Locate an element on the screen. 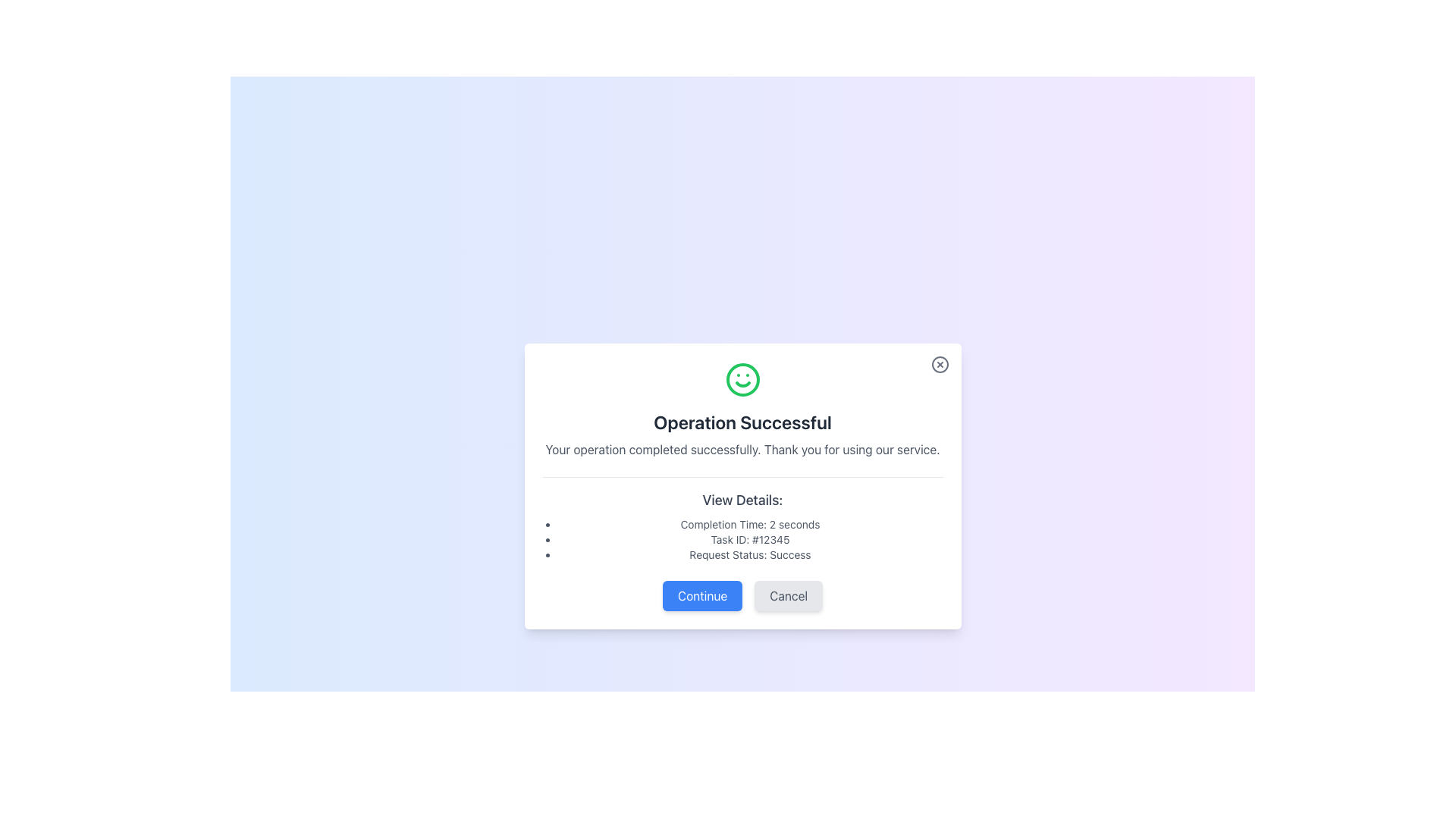  the text label displaying 'View Details:' which is styled in bold dark gray and located at the center of the dialog box, above a bulleted list is located at coordinates (742, 500).